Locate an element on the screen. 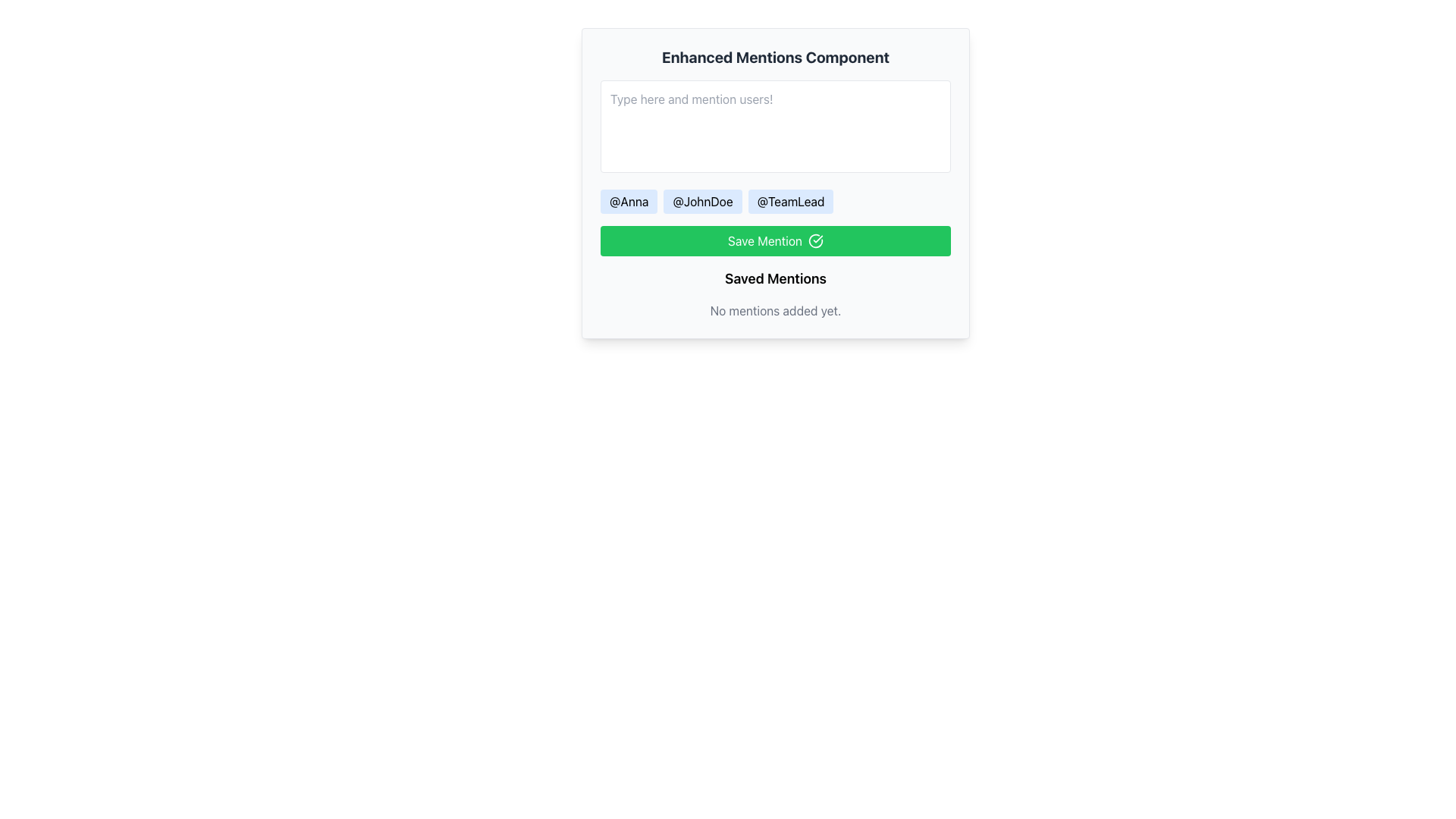 This screenshot has width=1456, height=819. label displaying 'Saved Mentions', which is a bold and larger font header located below the green 'Save Mention' button is located at coordinates (775, 278).